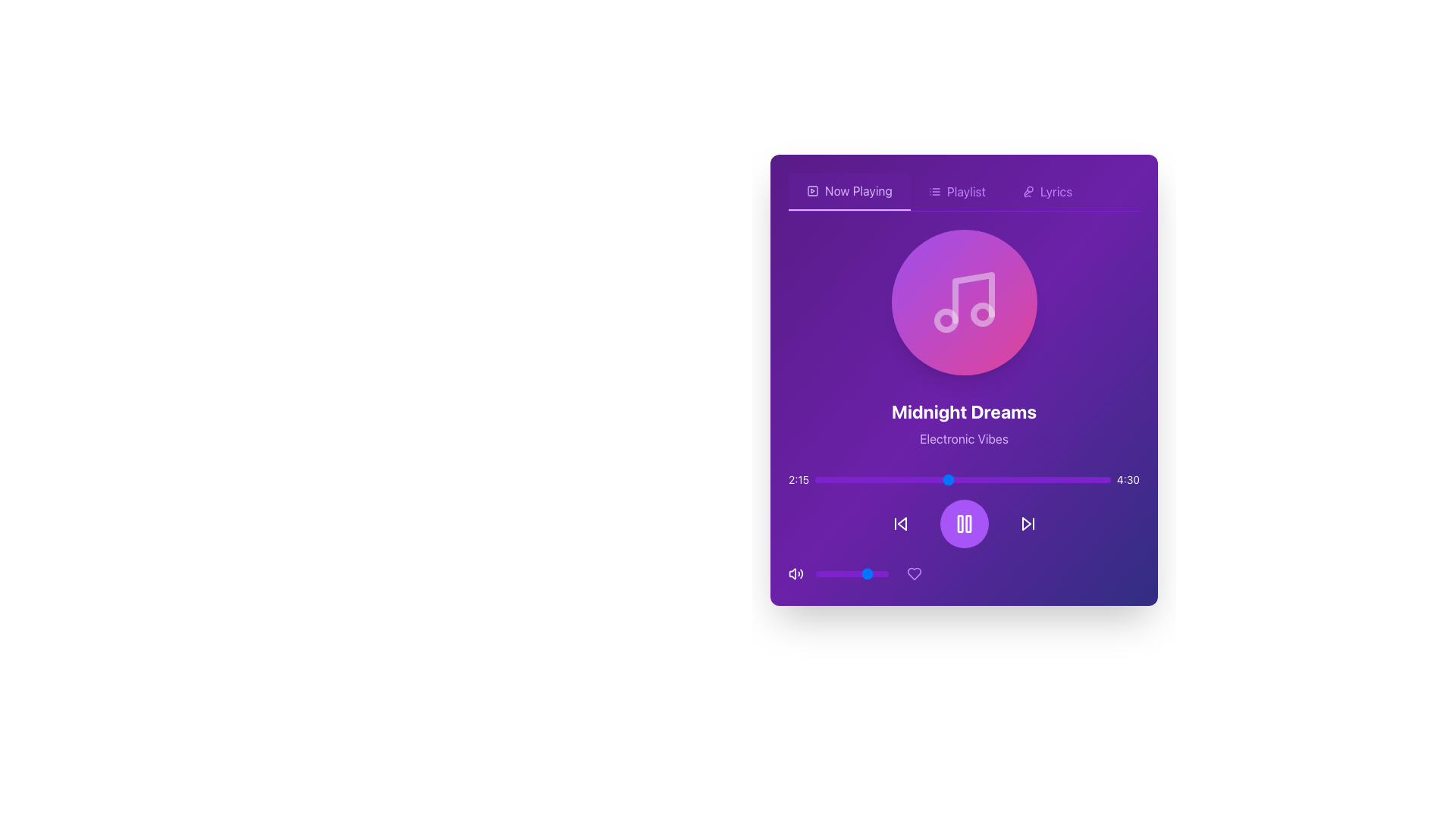 The image size is (1456, 819). I want to click on the text element titled 'Midnight Dreams' with the subtitle 'Electronic Vibes' located centrally under the circular icon within the purple-themed card interface, so click(963, 408).